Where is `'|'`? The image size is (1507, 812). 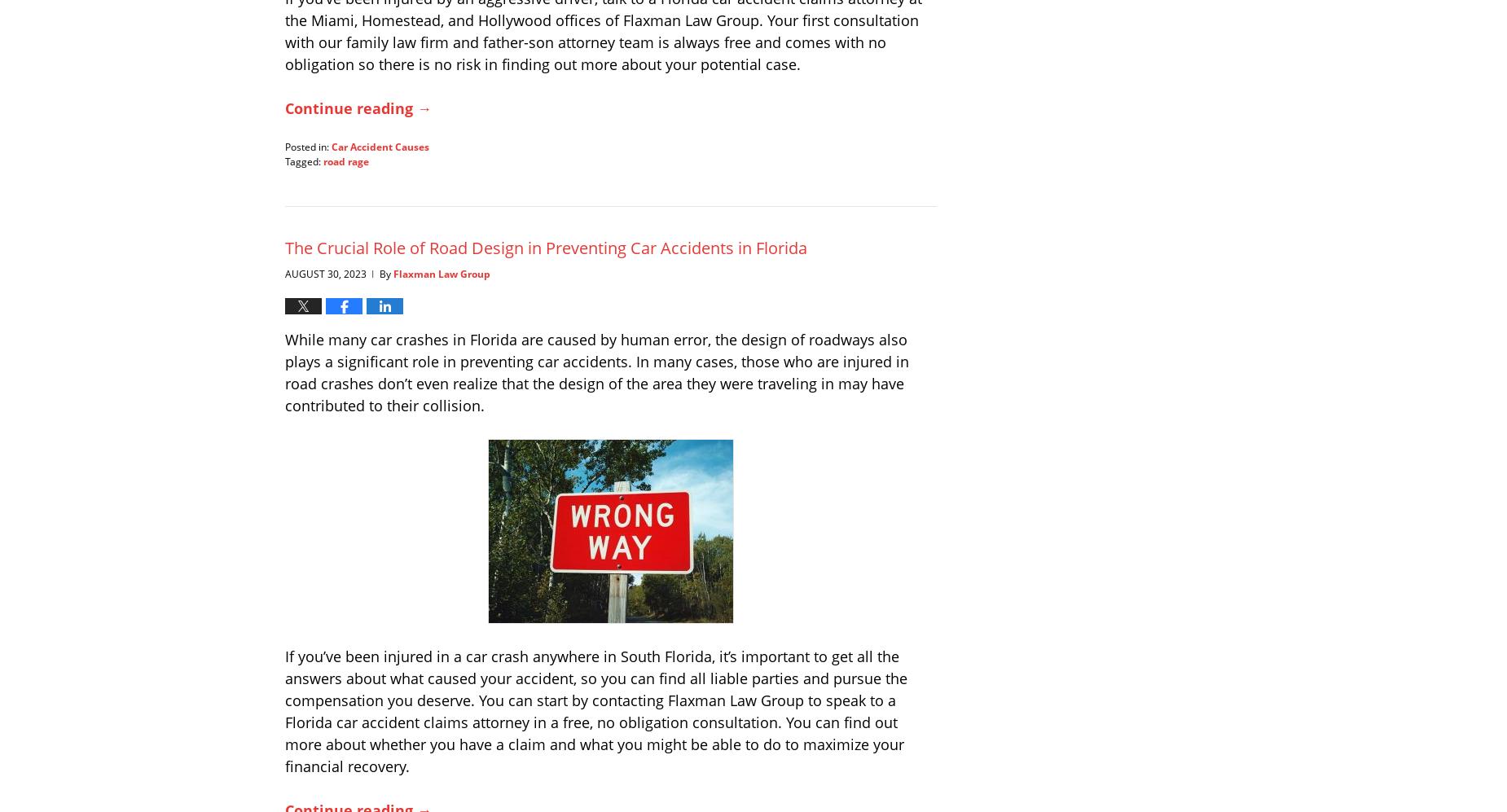
'|' is located at coordinates (372, 271).